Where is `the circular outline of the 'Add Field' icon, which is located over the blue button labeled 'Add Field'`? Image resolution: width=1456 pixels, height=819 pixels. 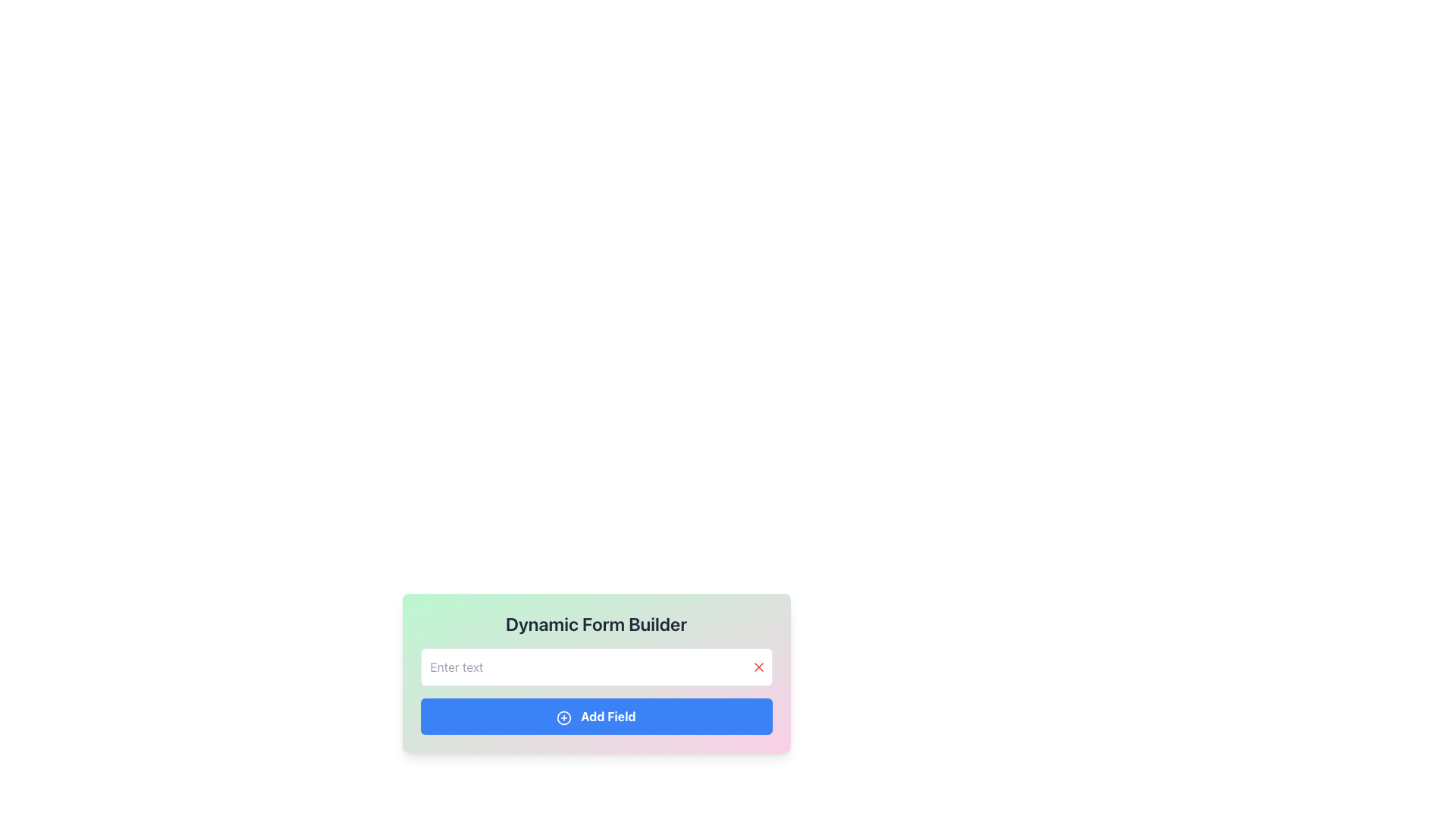 the circular outline of the 'Add Field' icon, which is located over the blue button labeled 'Add Field' is located at coordinates (563, 717).